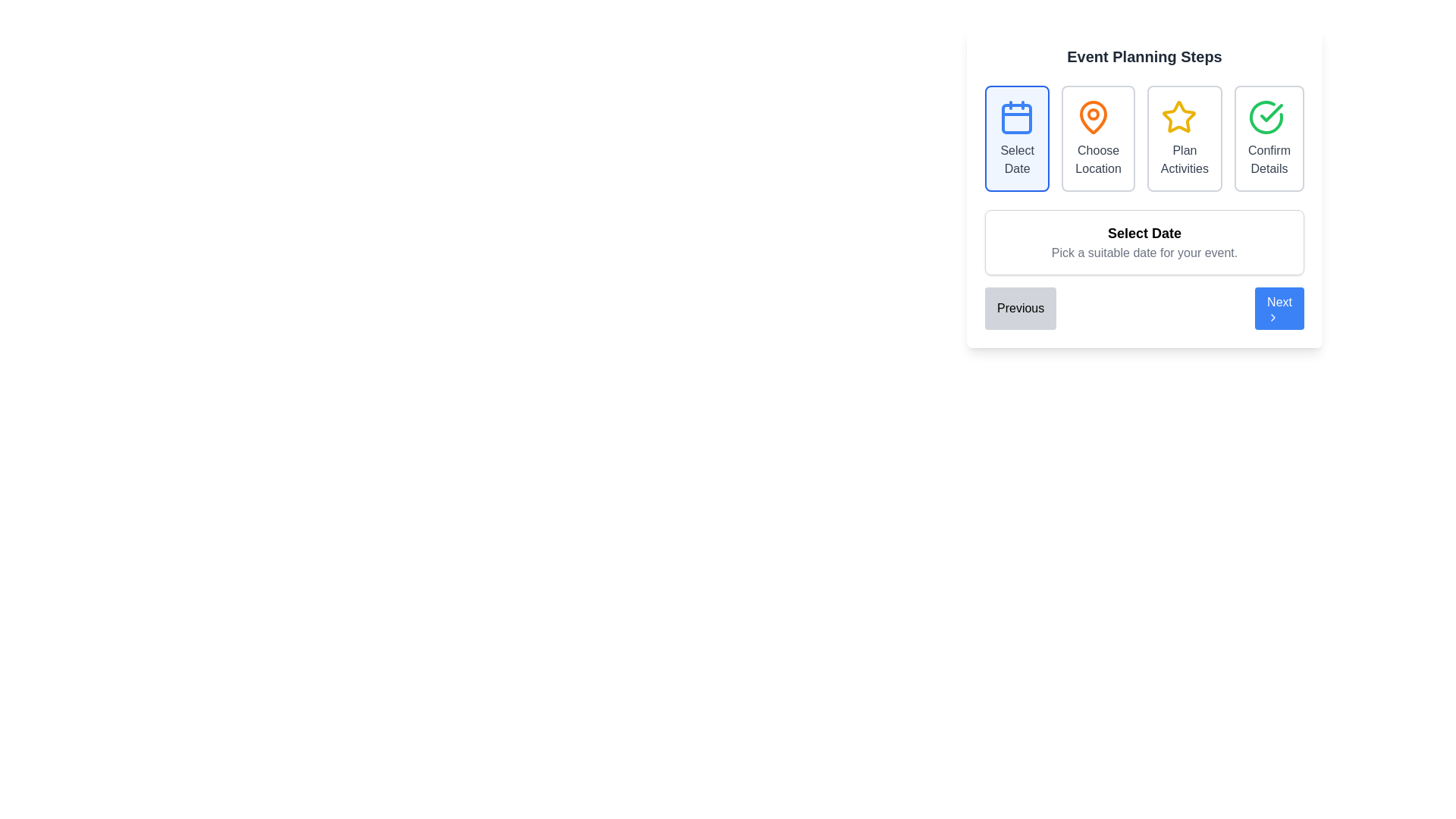  Describe the element at coordinates (1094, 113) in the screenshot. I see `the presence of the small circular orange element at the center of the 'Choose Location' icon, which is the second step icon among the top row of icons` at that location.